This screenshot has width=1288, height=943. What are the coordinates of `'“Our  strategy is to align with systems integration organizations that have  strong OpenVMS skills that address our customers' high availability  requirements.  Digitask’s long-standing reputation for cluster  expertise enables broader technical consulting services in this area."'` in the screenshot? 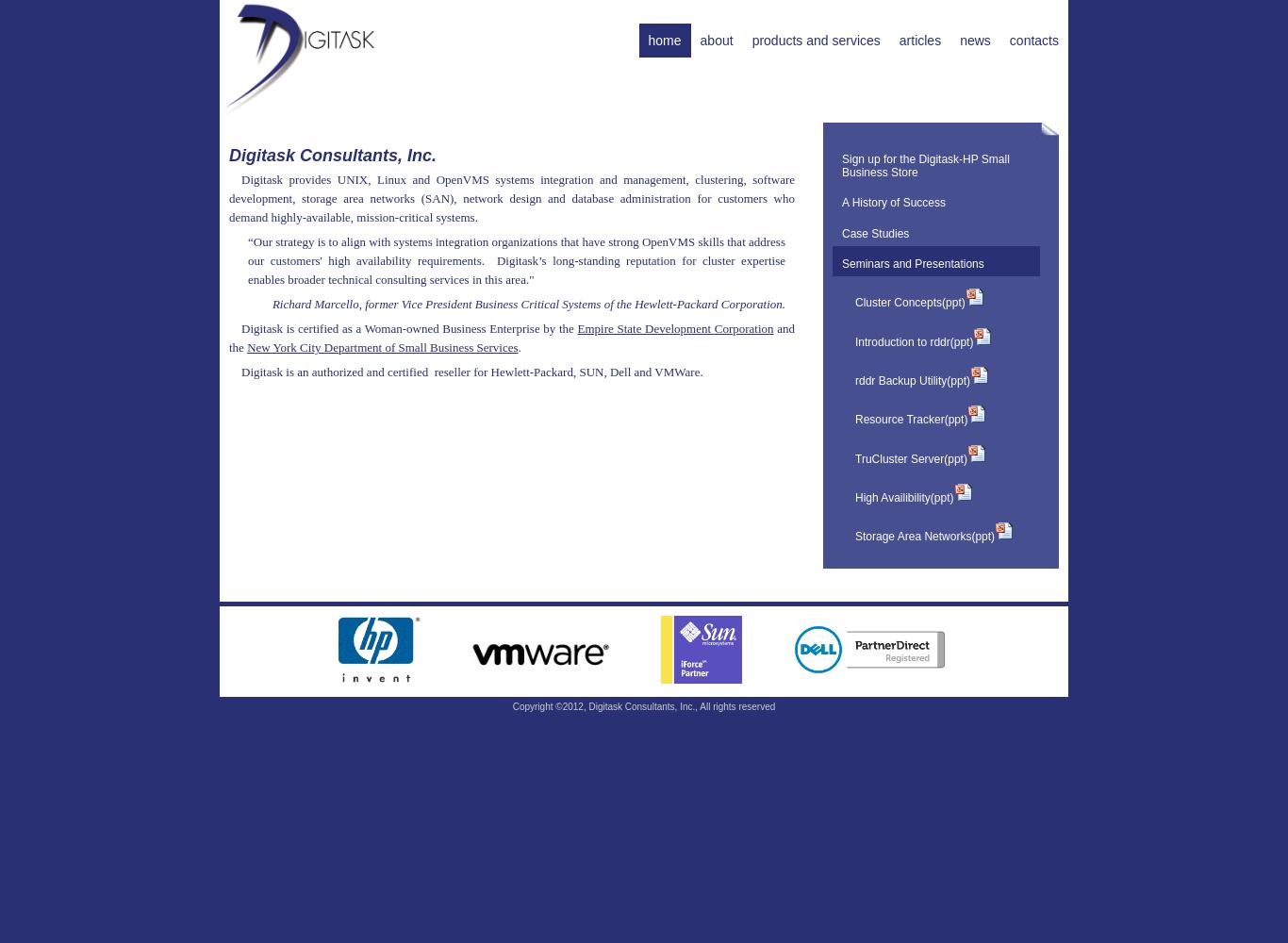 It's located at (517, 259).